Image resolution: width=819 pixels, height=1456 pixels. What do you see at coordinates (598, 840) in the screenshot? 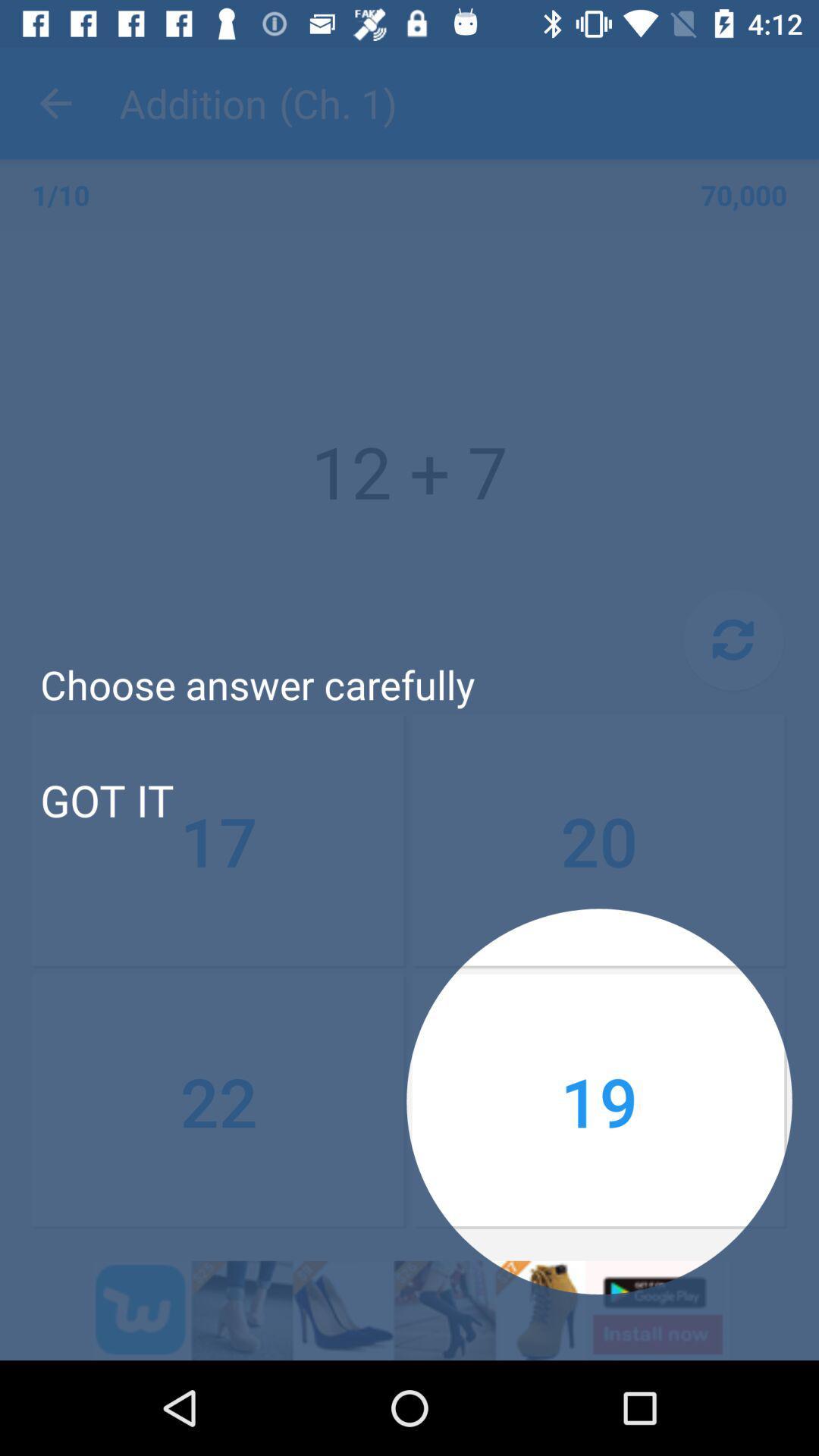
I see `the icon above 22 item` at bounding box center [598, 840].